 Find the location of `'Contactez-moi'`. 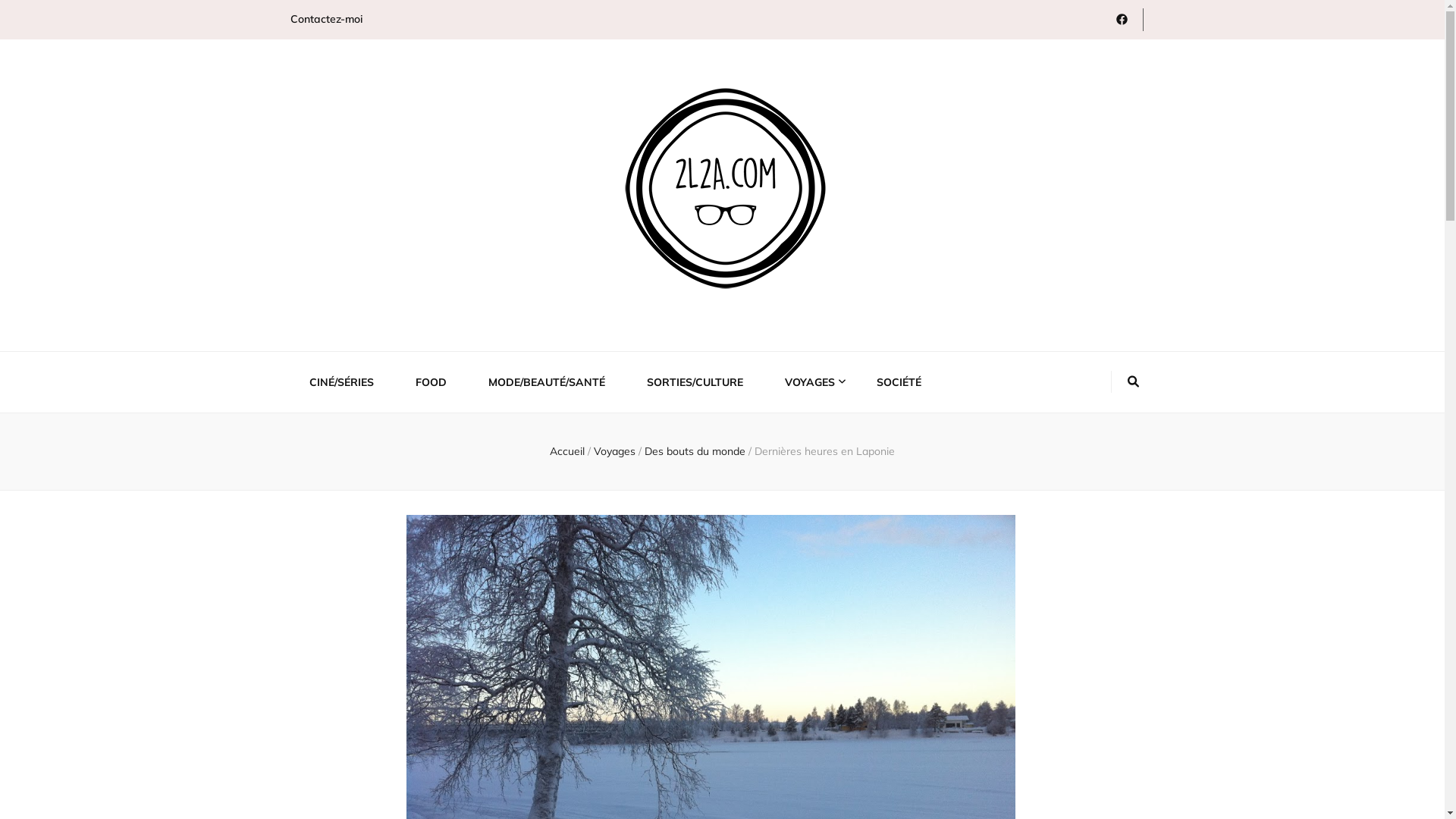

'Contactez-moi' is located at coordinates (325, 20).